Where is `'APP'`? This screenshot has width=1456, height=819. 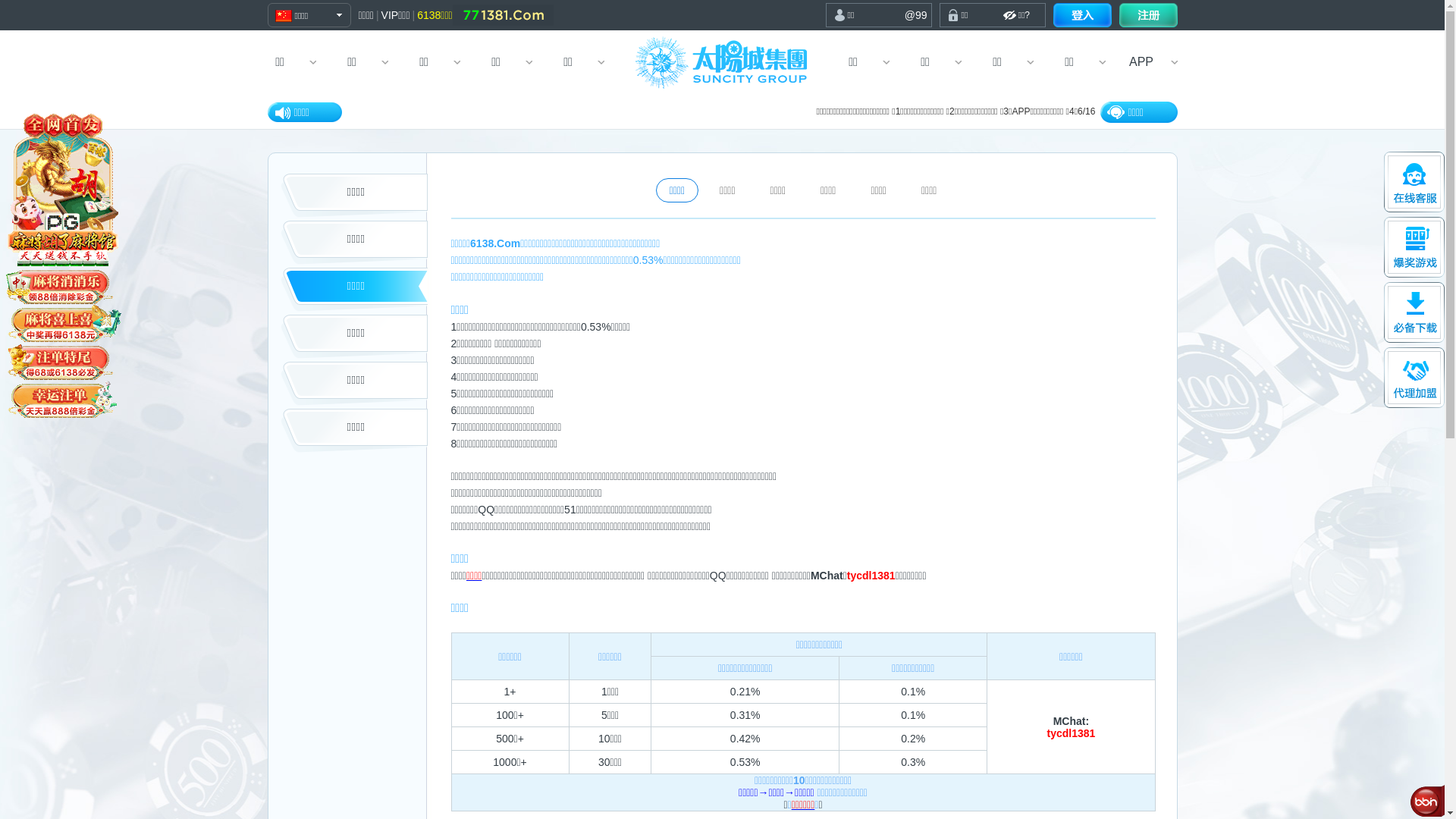
'APP' is located at coordinates (1141, 61).